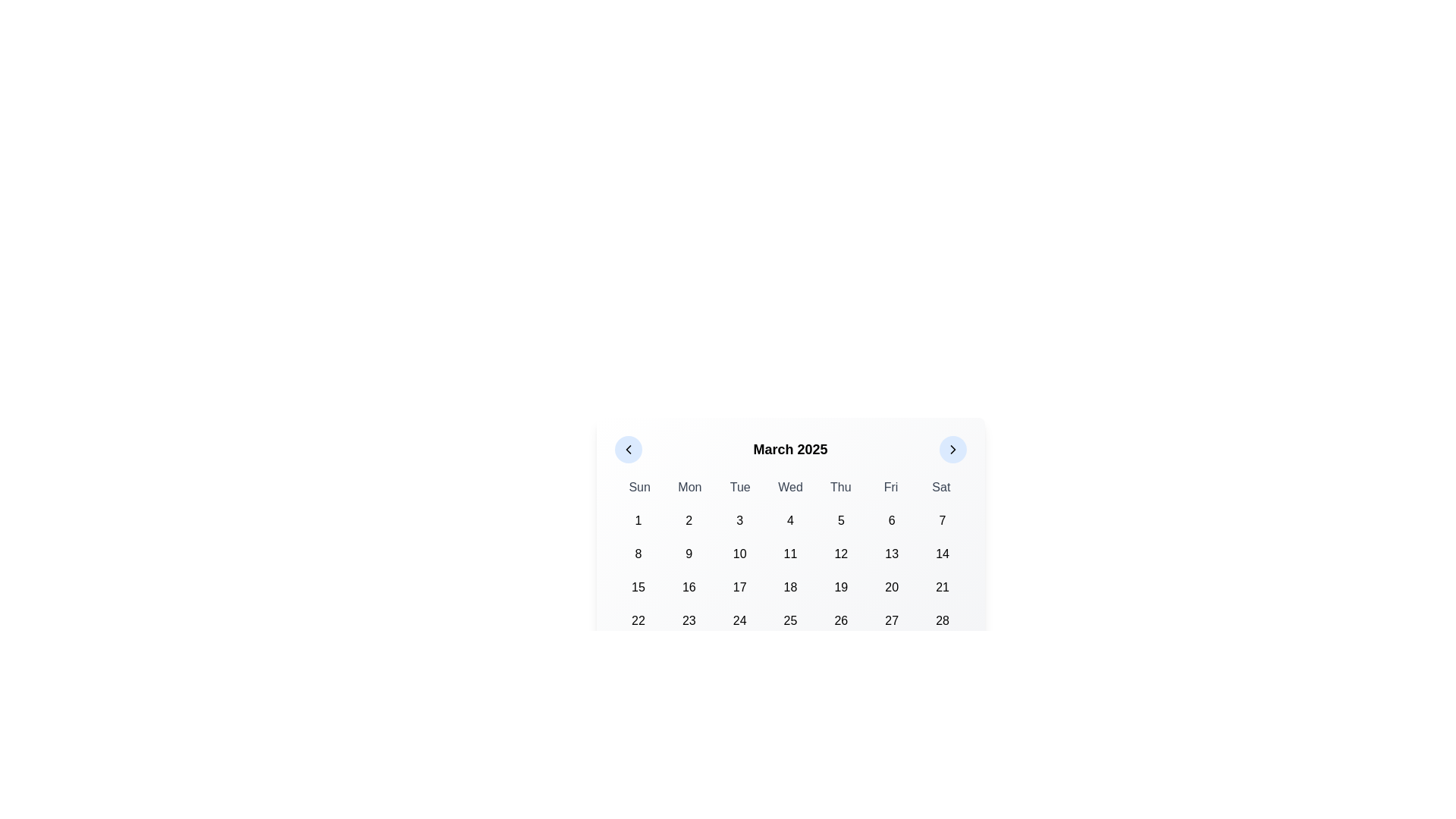 The width and height of the screenshot is (1456, 819). What do you see at coordinates (789, 519) in the screenshot?
I see `the selectable day button in the calendar interface` at bounding box center [789, 519].